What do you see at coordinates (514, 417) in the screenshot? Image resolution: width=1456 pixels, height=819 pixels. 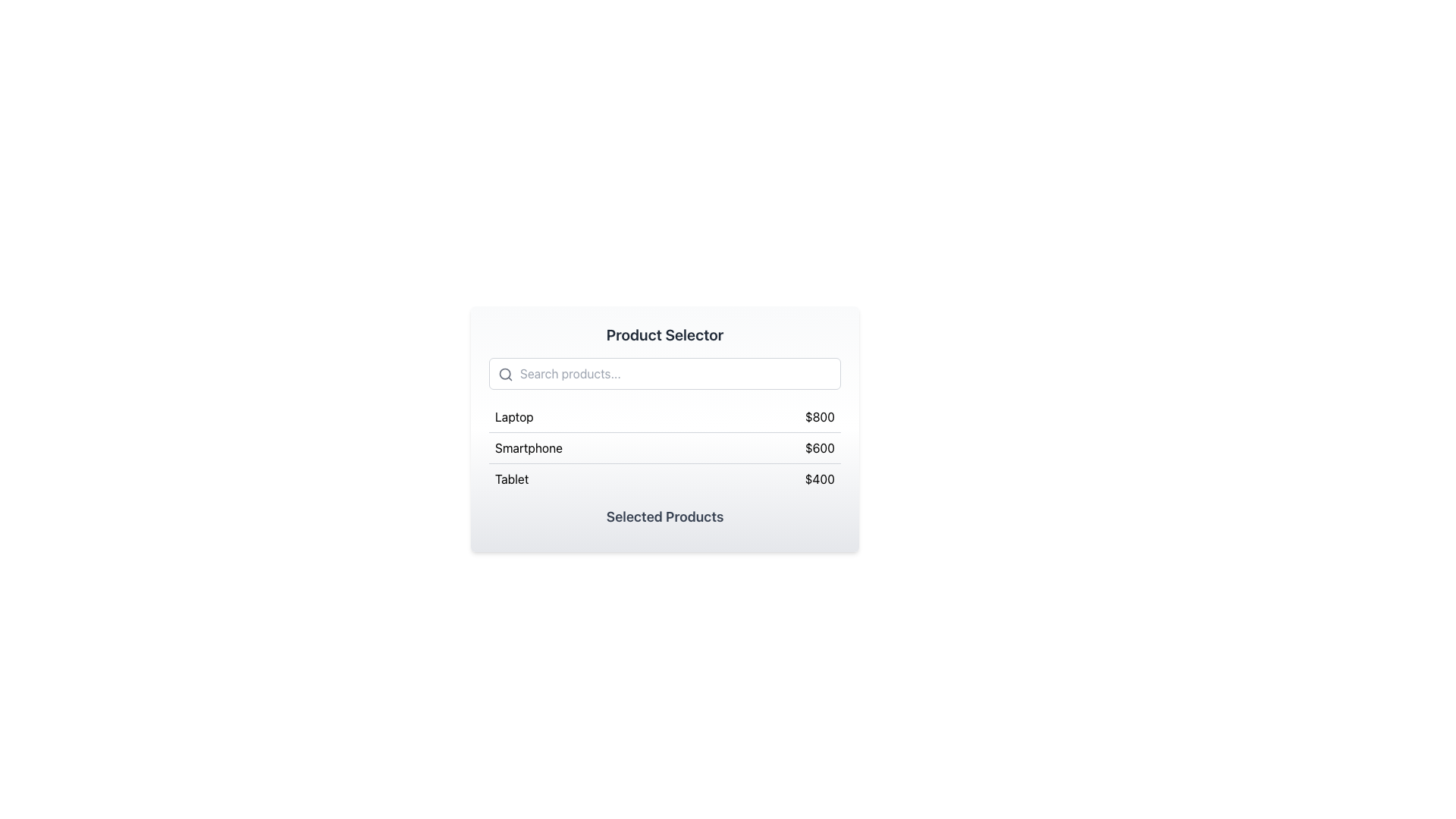 I see `text label indicating the product name located in the first row of the selection list, positioned to the far left of the row` at bounding box center [514, 417].